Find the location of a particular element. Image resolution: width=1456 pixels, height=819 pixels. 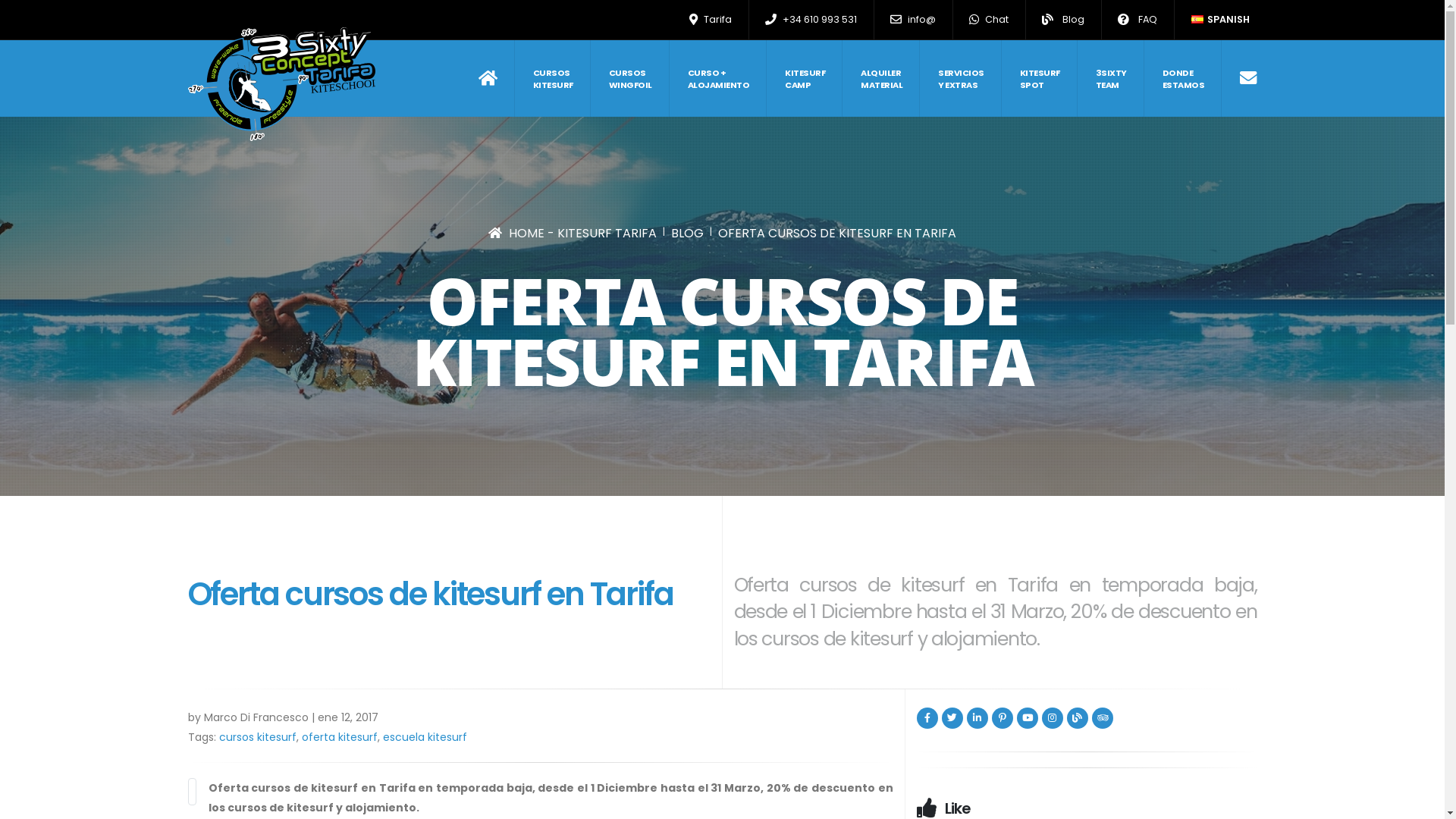

'oferta kitesurf' is located at coordinates (338, 736).